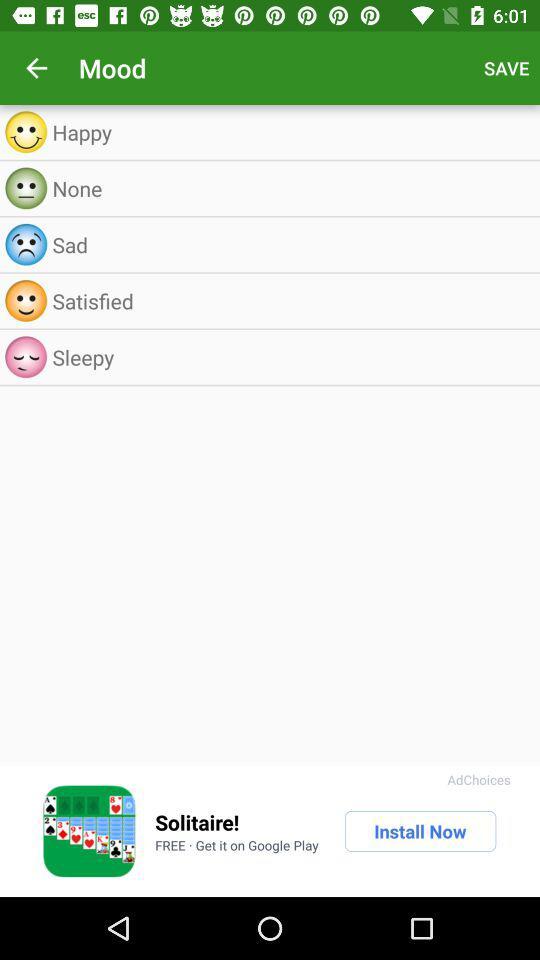 The height and width of the screenshot is (960, 540). Describe the element at coordinates (290, 131) in the screenshot. I see `happy item` at that location.